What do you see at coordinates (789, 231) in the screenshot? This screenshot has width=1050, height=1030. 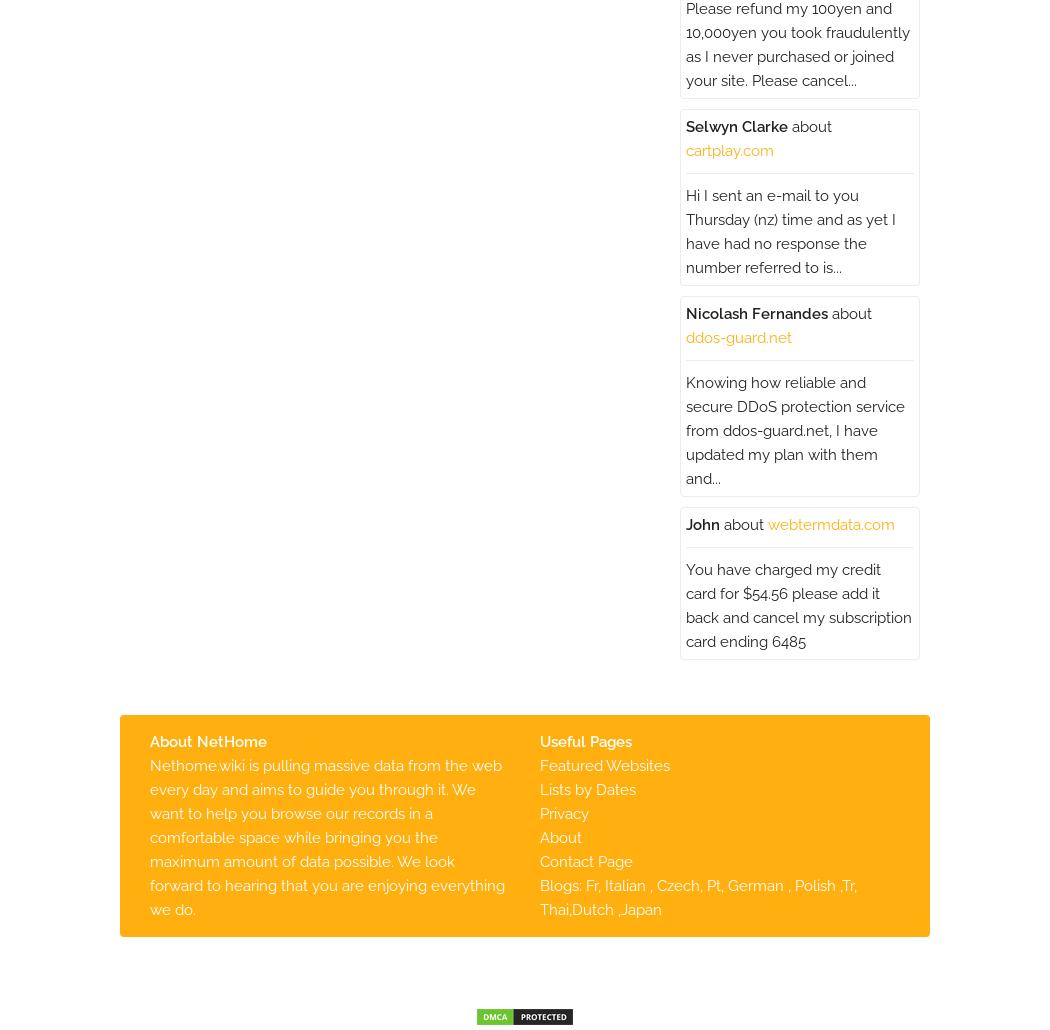 I see `'Hi I sent an e-mail to you Thursday (nz) time and as yet I have had no  response the number referred to is...'` at bounding box center [789, 231].